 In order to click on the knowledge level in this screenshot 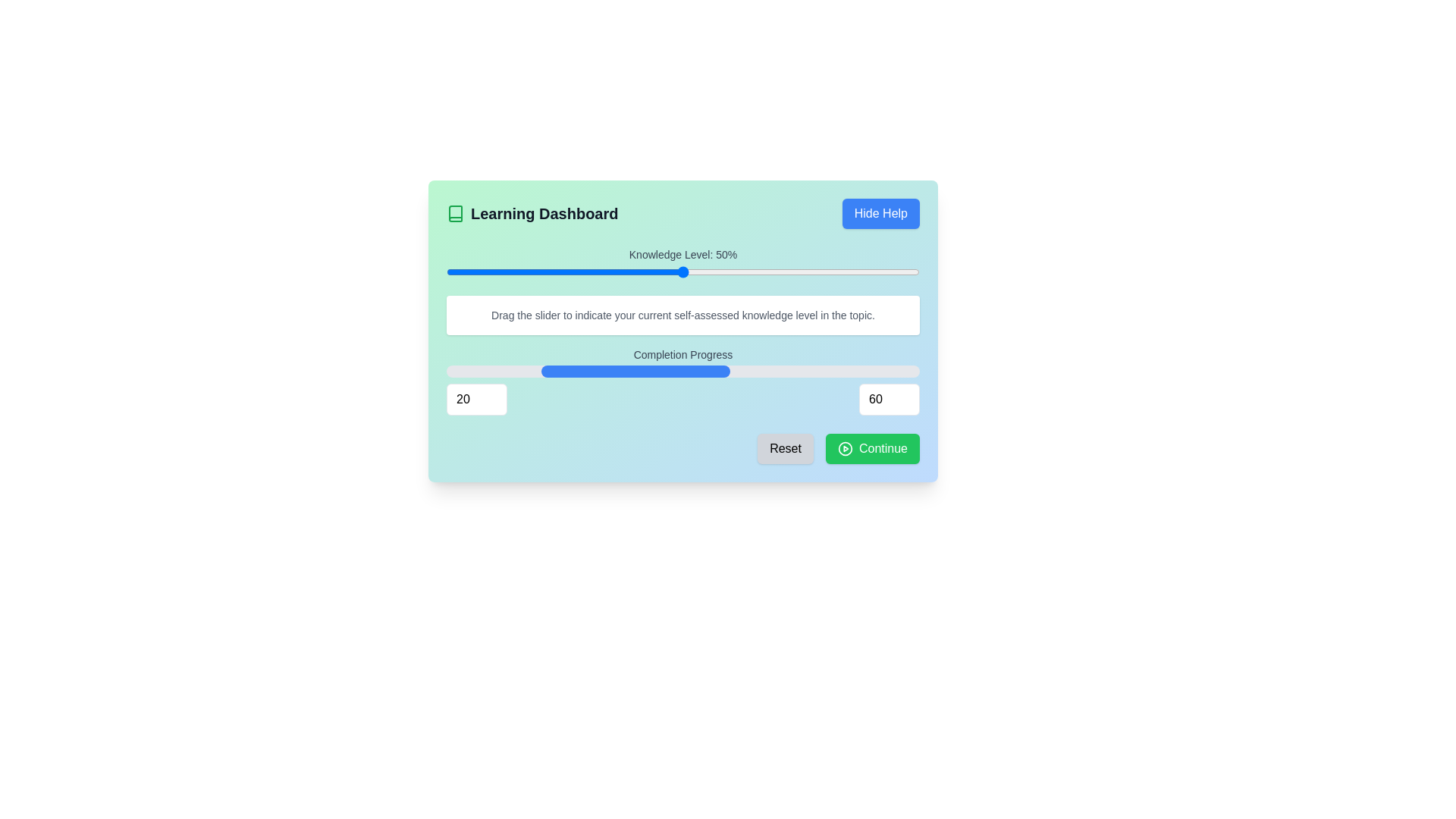, I will do `click(508, 271)`.